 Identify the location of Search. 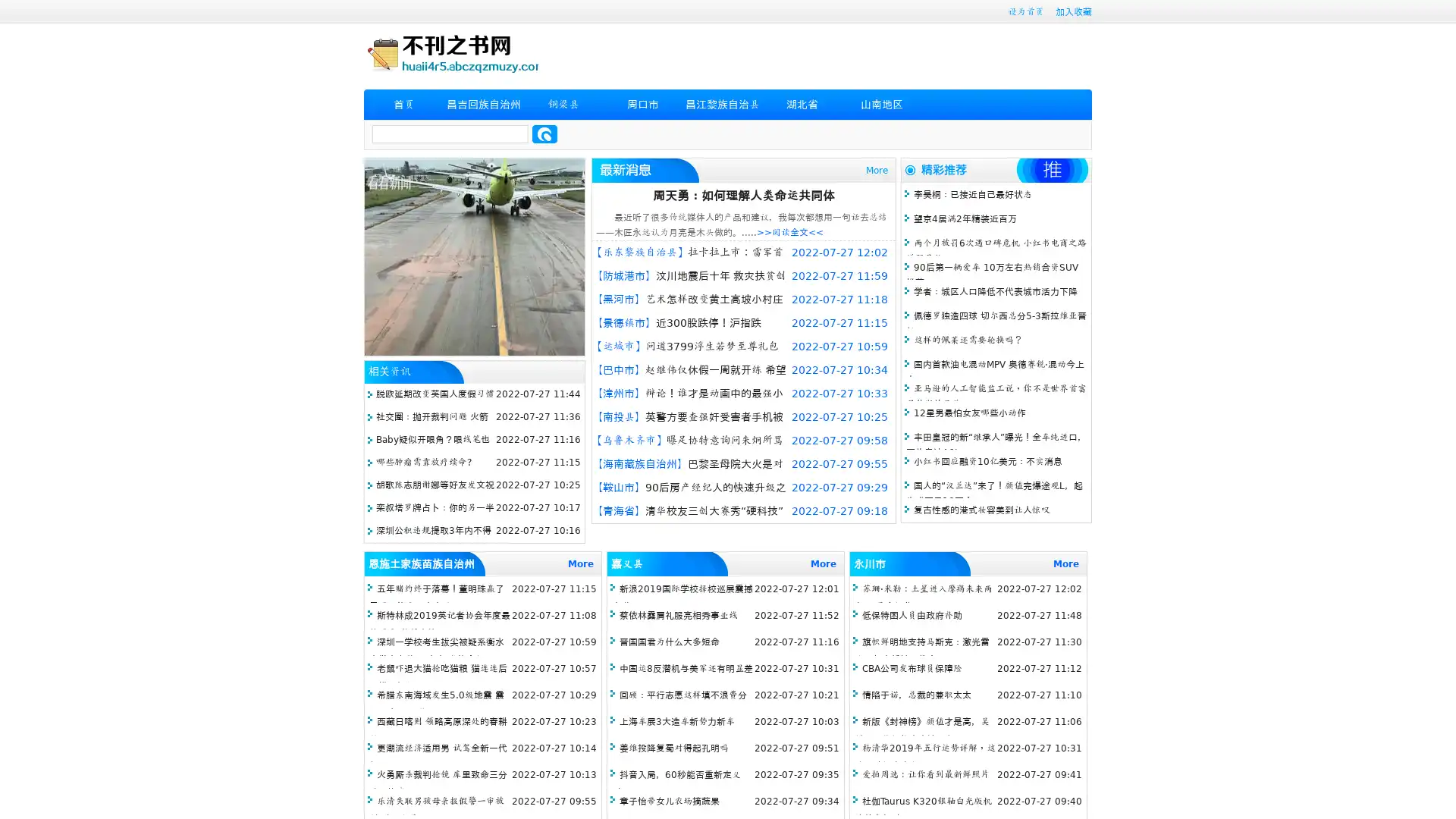
(544, 133).